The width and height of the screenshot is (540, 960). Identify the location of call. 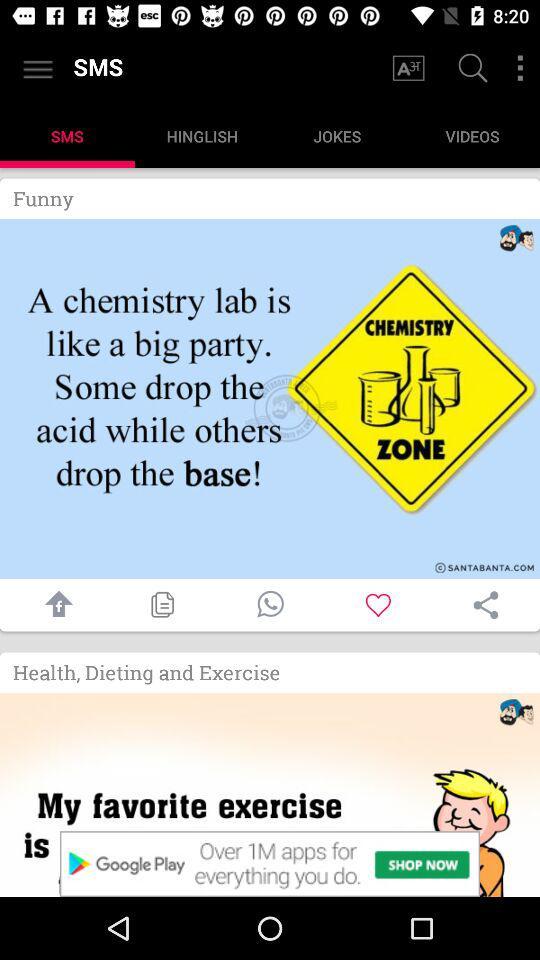
(270, 604).